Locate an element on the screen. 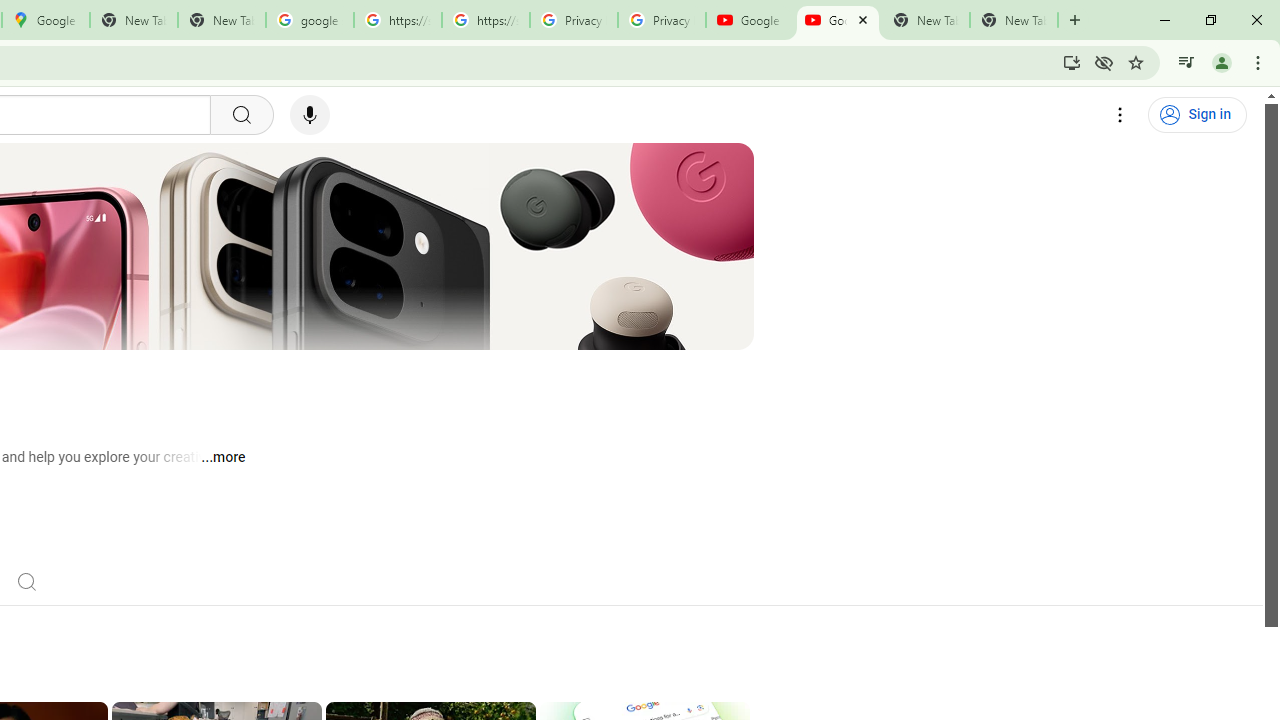  'Third-party cookies blocked' is located at coordinates (1103, 61).